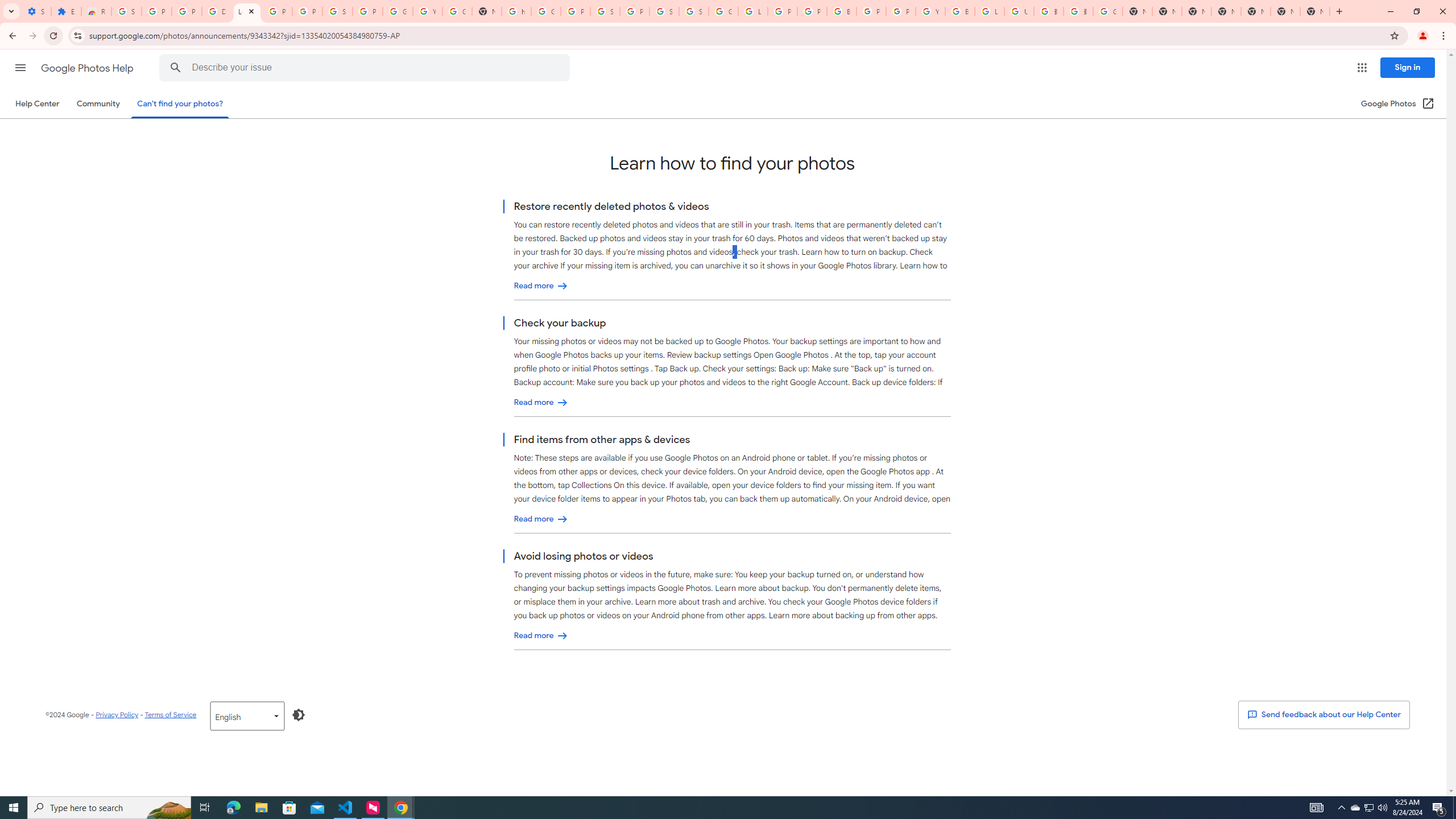  What do you see at coordinates (396, 11) in the screenshot?
I see `'Google Account'` at bounding box center [396, 11].